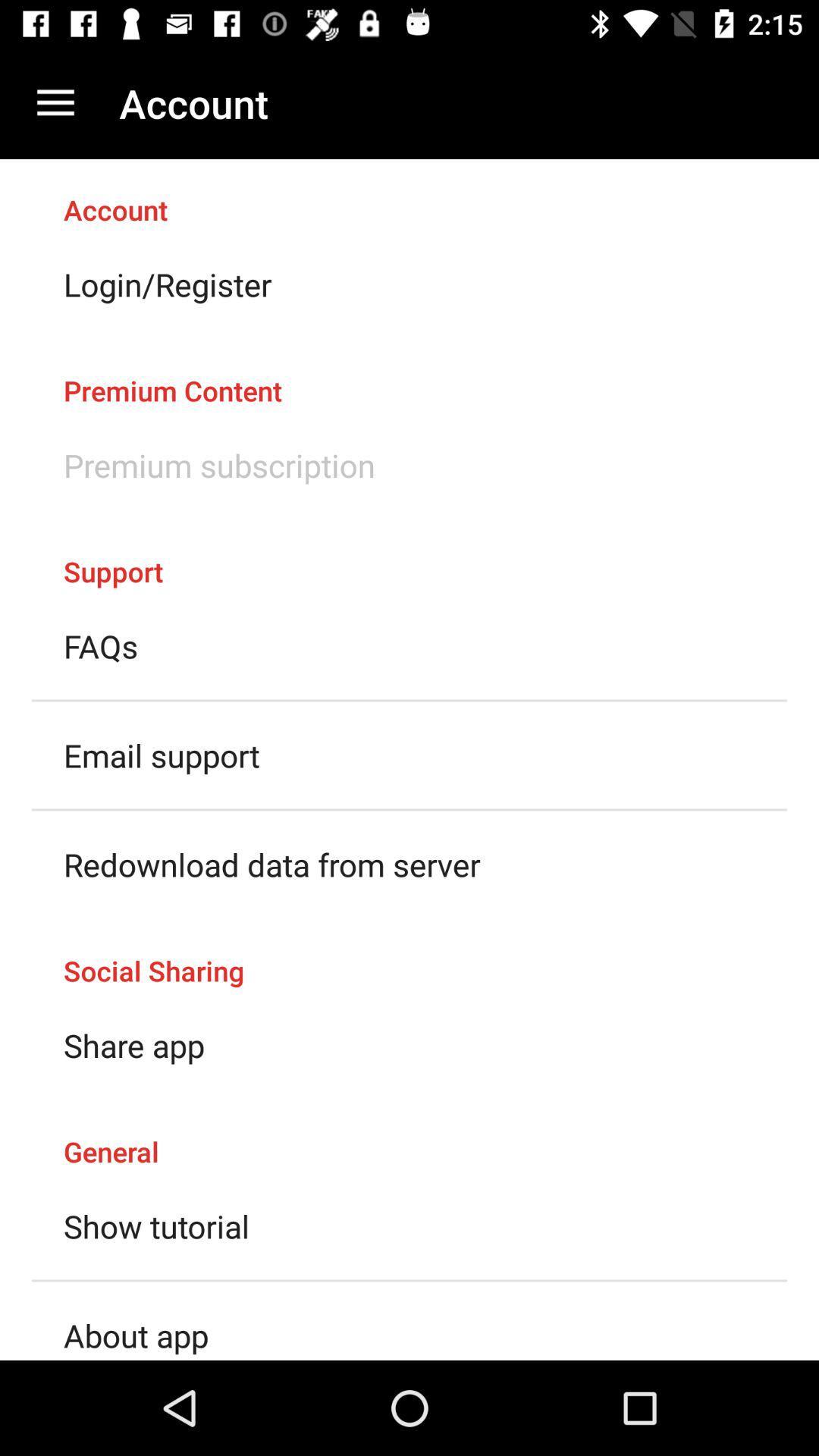 This screenshot has width=819, height=1456. What do you see at coordinates (162, 755) in the screenshot?
I see `email support icon` at bounding box center [162, 755].